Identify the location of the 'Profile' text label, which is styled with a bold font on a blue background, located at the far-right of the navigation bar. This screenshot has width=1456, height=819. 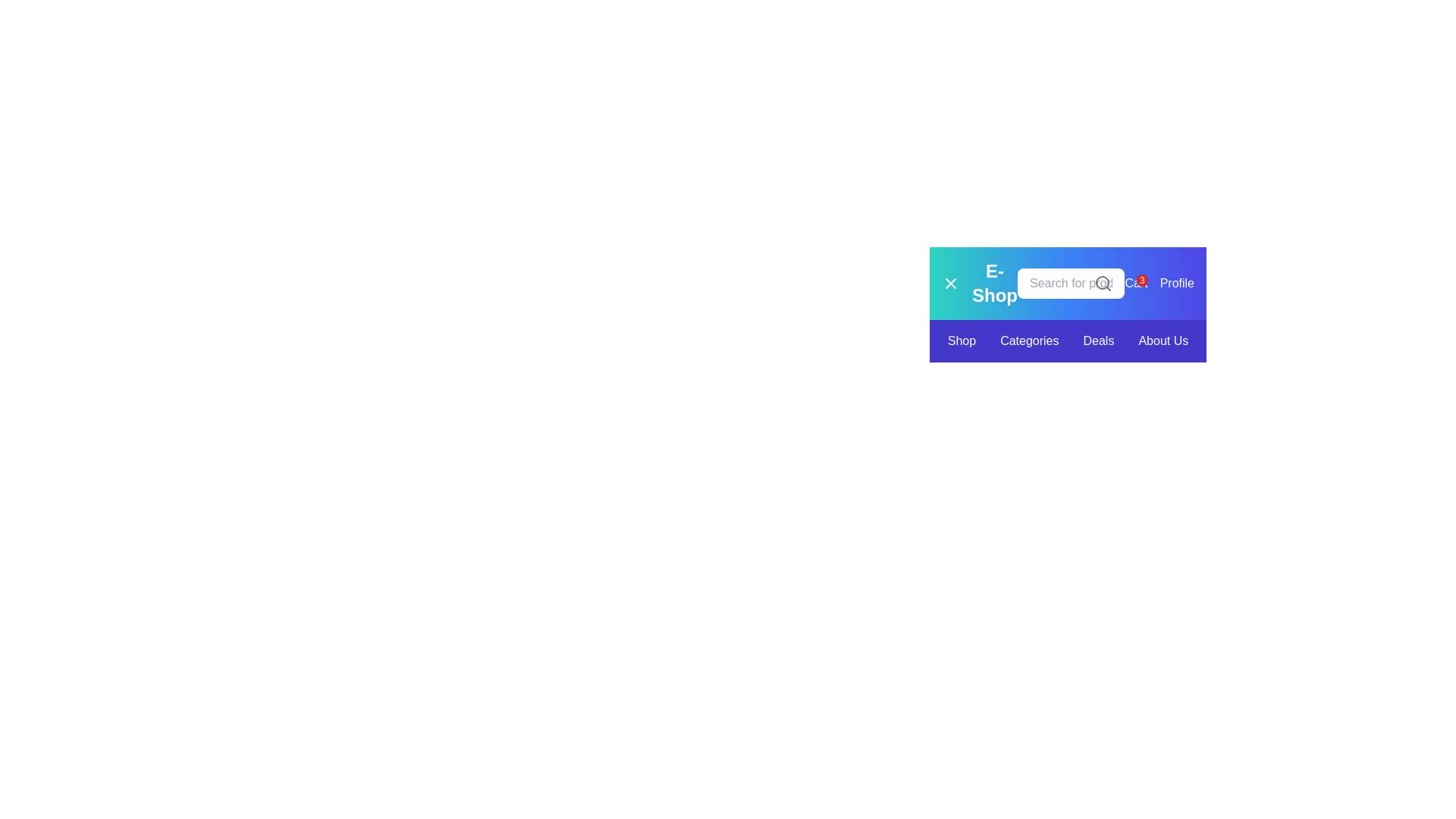
(1176, 284).